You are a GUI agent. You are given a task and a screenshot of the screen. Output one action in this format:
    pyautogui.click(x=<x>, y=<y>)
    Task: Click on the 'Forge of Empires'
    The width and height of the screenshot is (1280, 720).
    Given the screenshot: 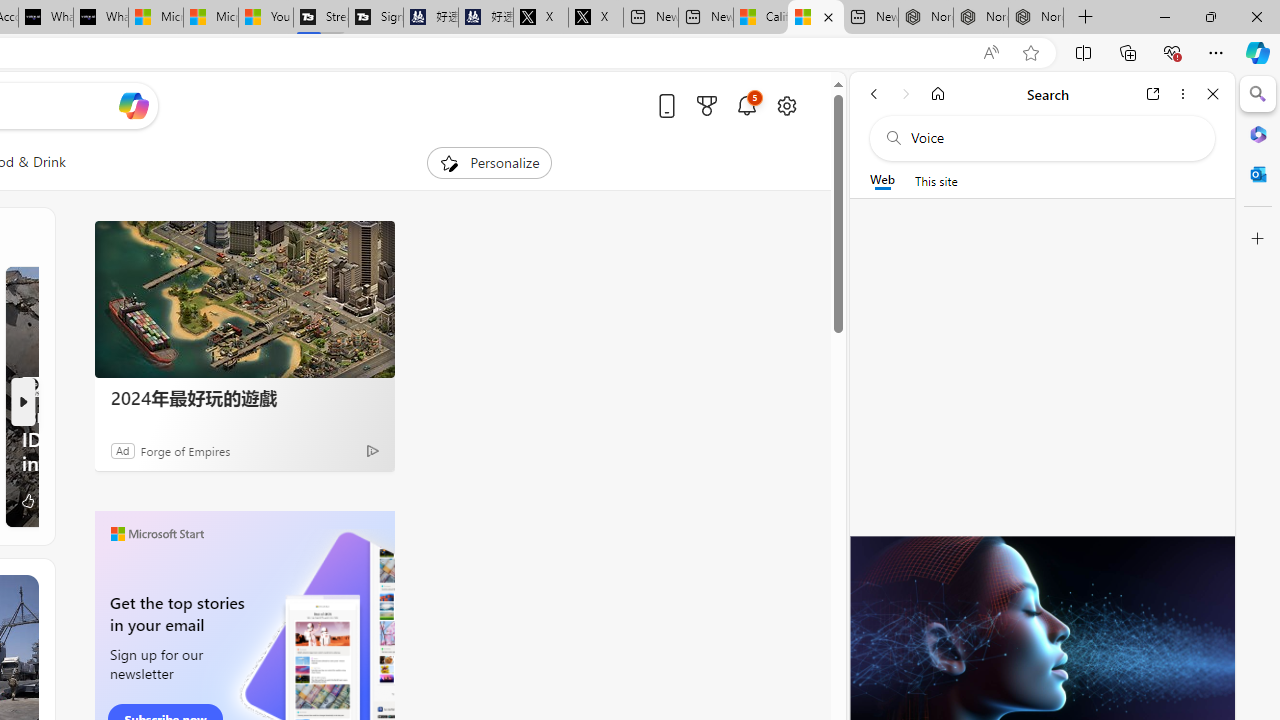 What is the action you would take?
    pyautogui.click(x=184, y=450)
    